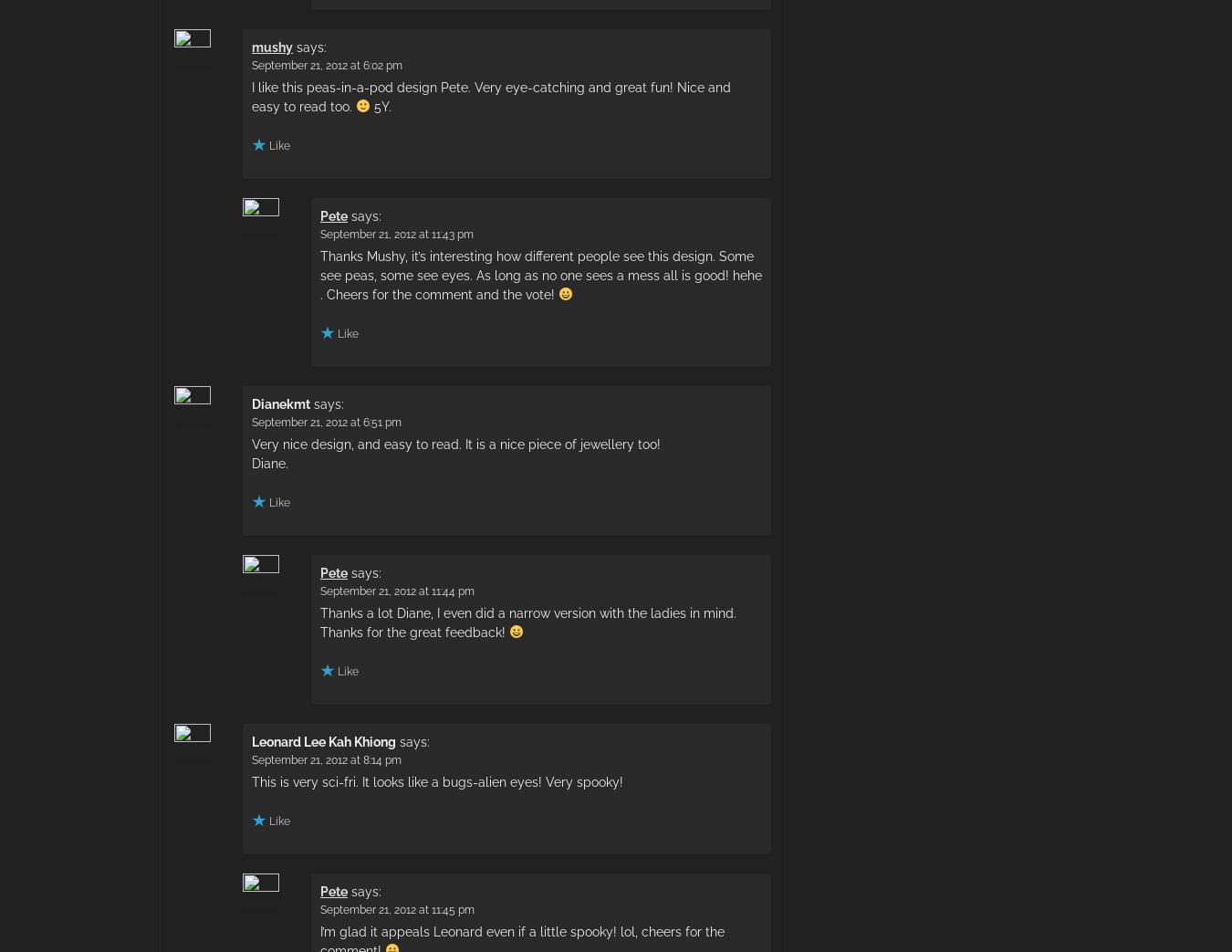 The height and width of the screenshot is (952, 1232). What do you see at coordinates (250, 780) in the screenshot?
I see `'This is very sci-fri. It looks like a bugs-alien eyes! Very spooky!'` at bounding box center [250, 780].